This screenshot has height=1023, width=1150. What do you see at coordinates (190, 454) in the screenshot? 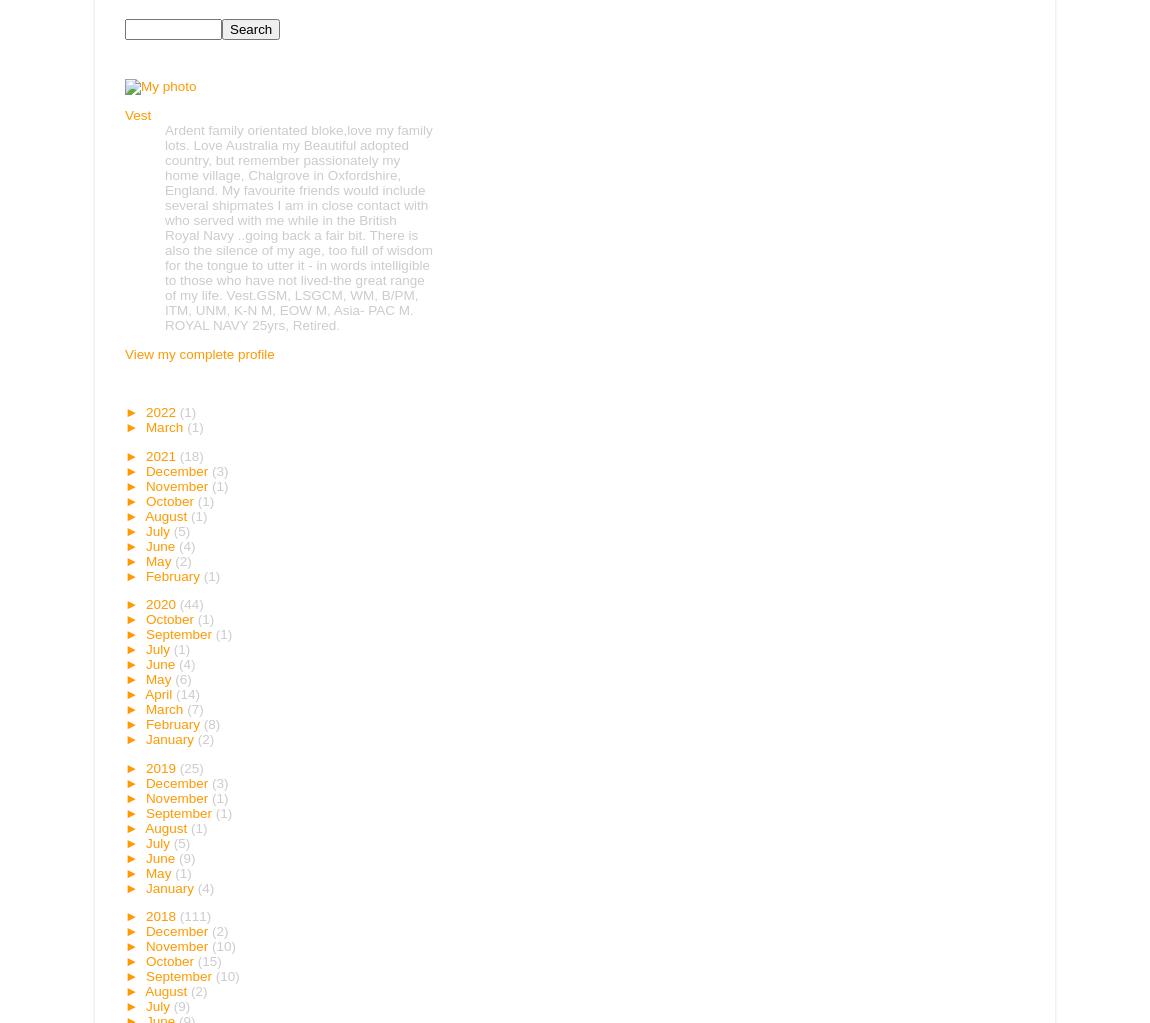
I see `'(18)'` at bounding box center [190, 454].